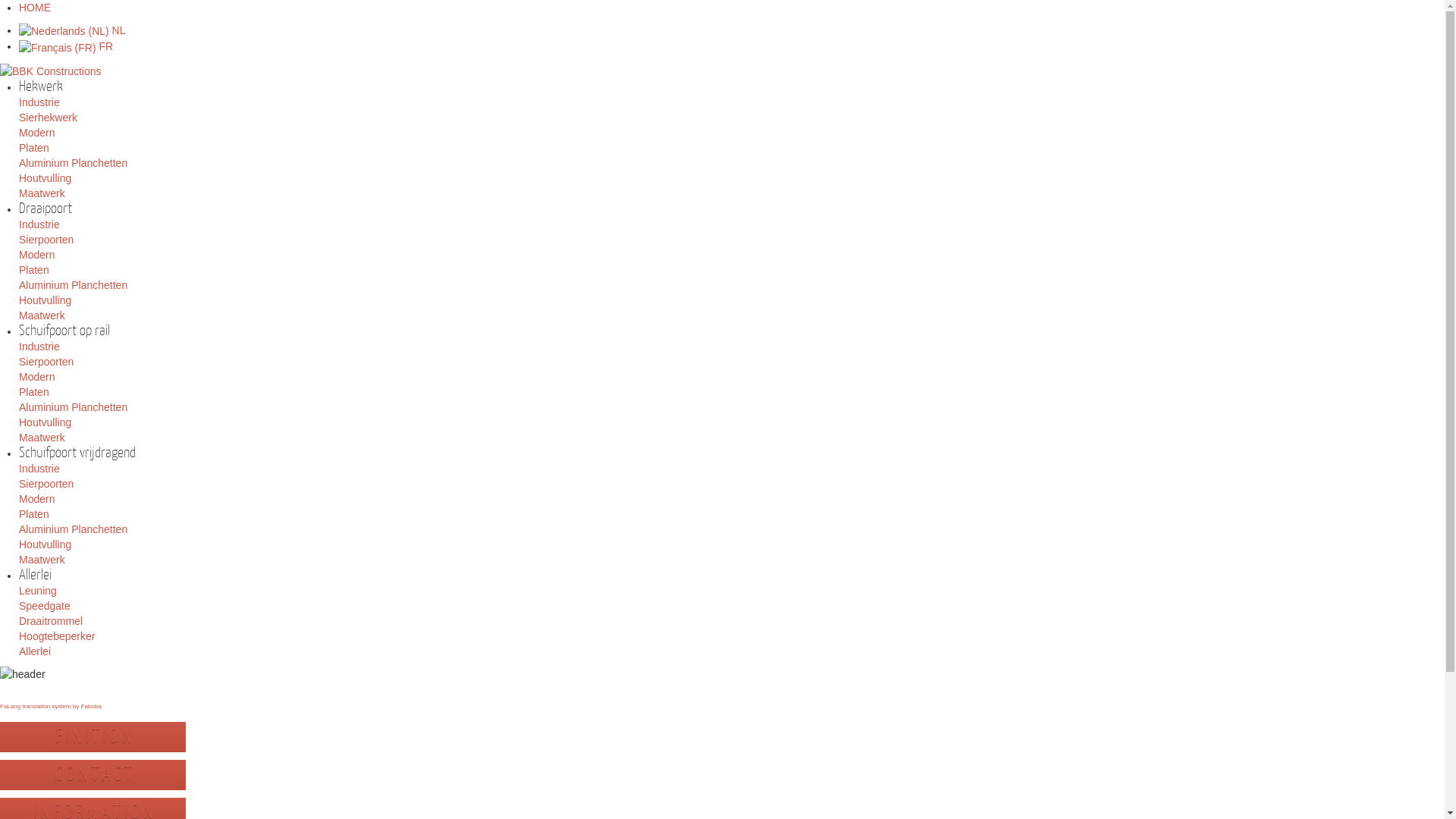  What do you see at coordinates (48, 116) in the screenshot?
I see `'Sierhekwerk'` at bounding box center [48, 116].